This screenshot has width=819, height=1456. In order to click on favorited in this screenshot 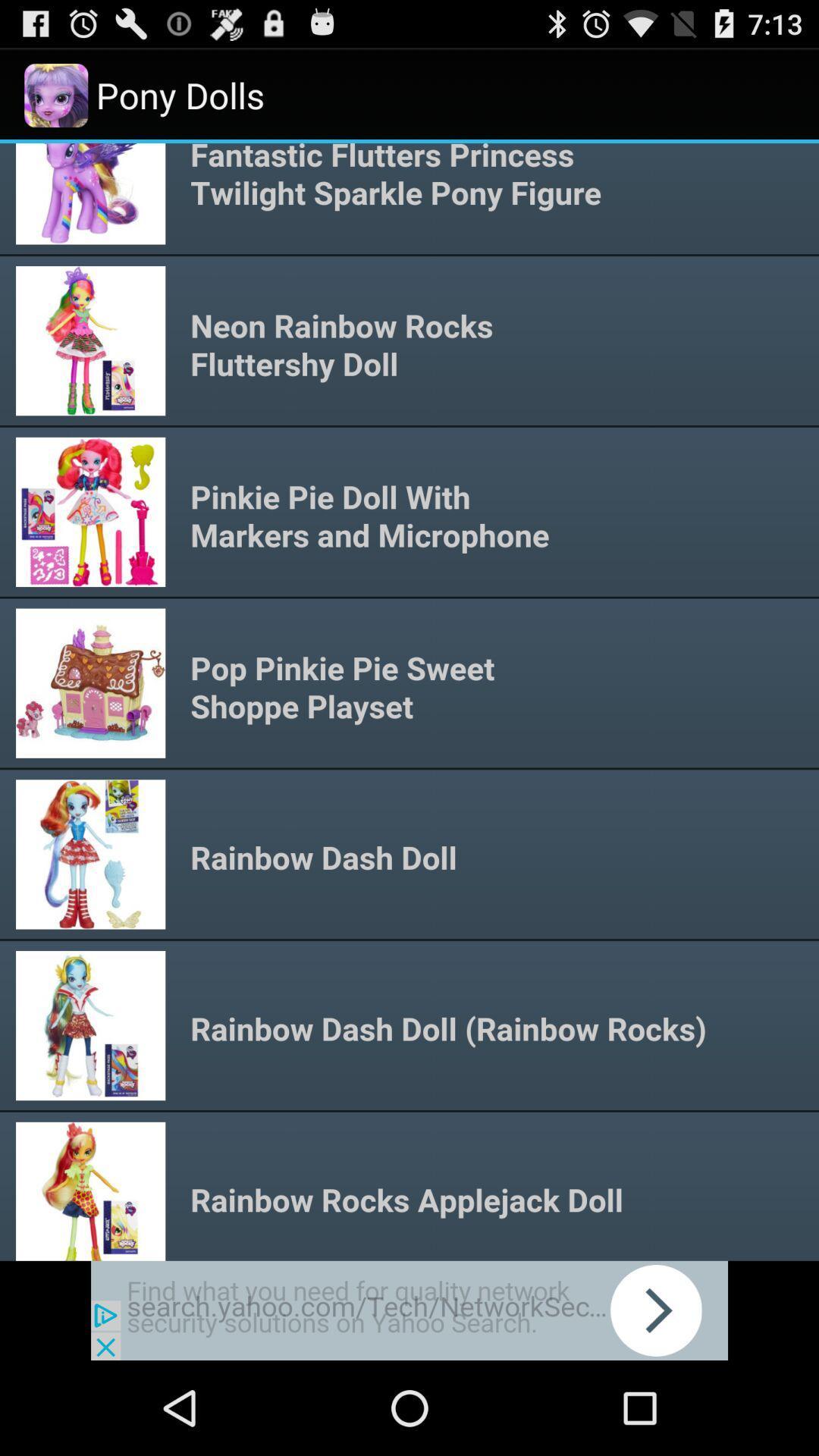, I will do `click(409, 1310)`.